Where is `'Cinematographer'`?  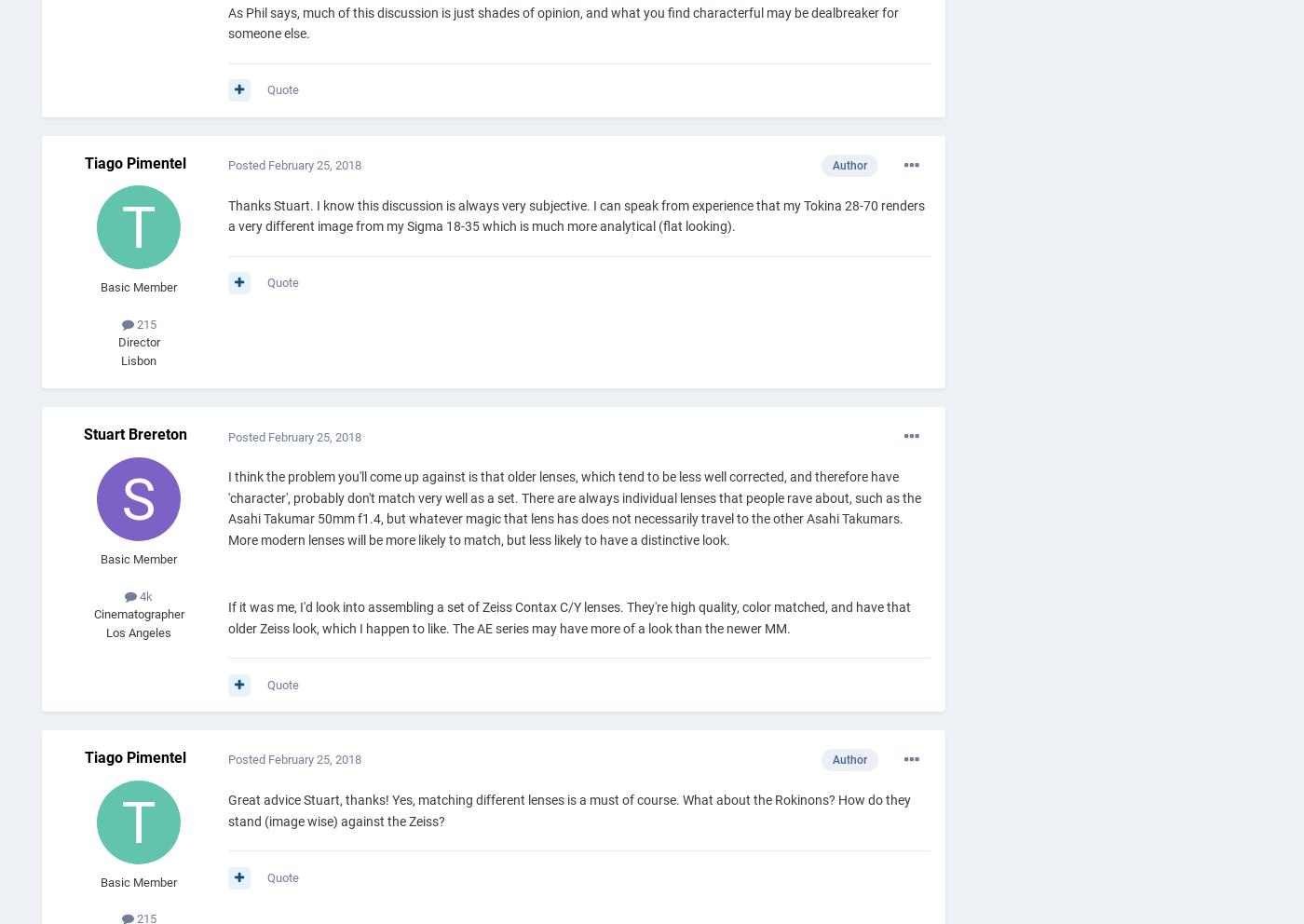
'Cinematographer' is located at coordinates (138, 614).